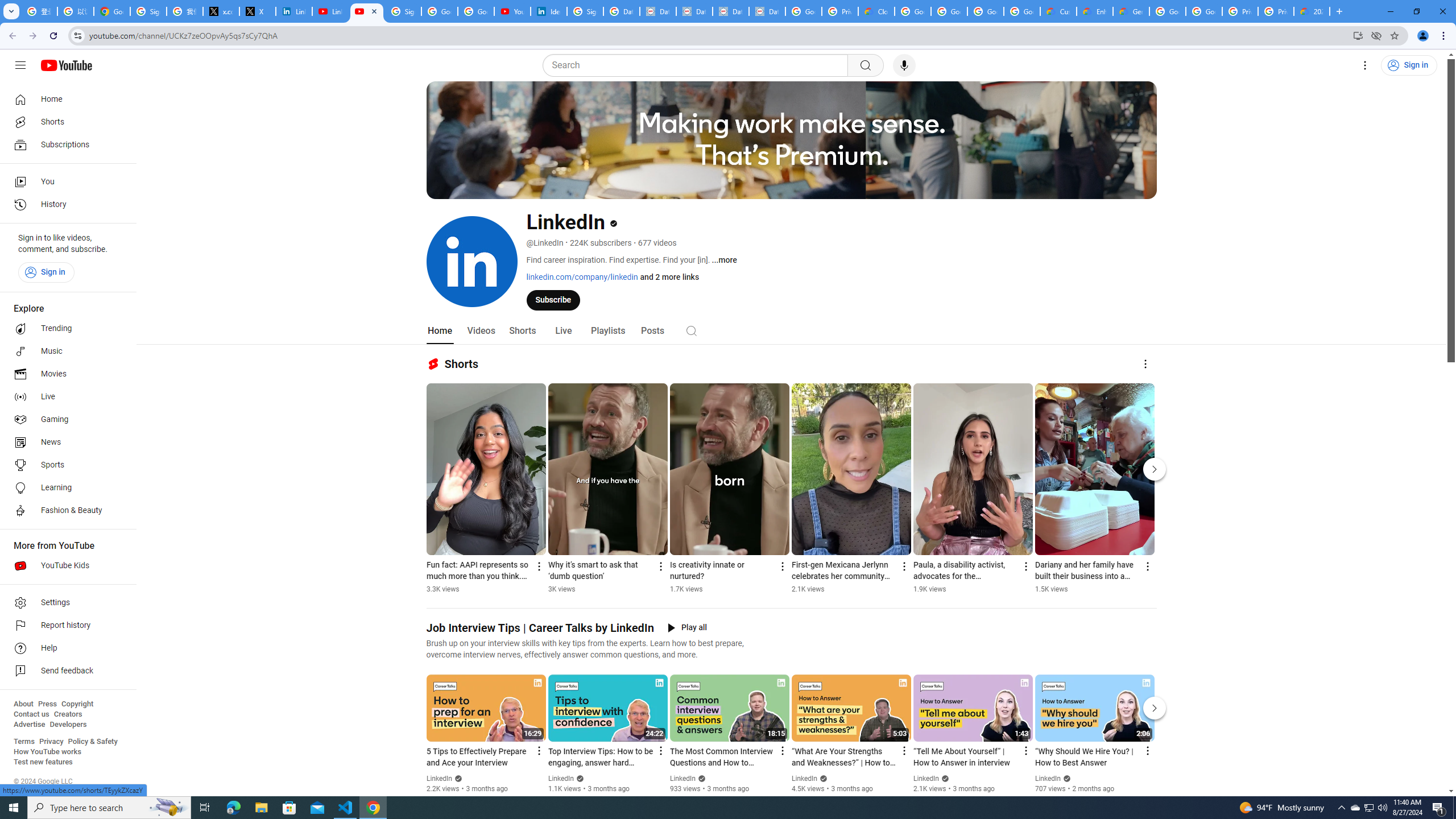  What do you see at coordinates (1203, 11) in the screenshot?
I see `'Google Cloud Platform'` at bounding box center [1203, 11].